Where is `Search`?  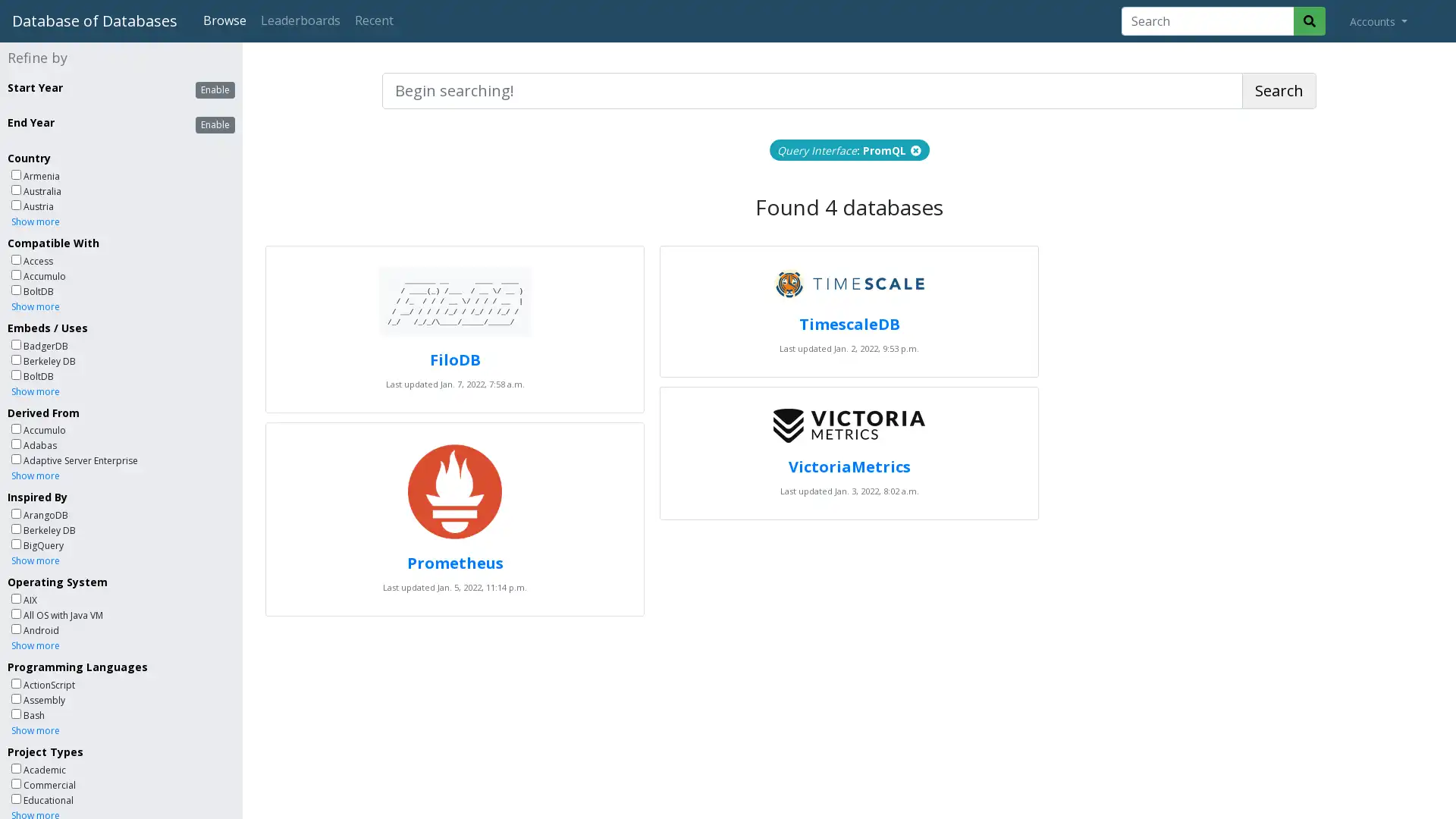 Search is located at coordinates (1279, 90).